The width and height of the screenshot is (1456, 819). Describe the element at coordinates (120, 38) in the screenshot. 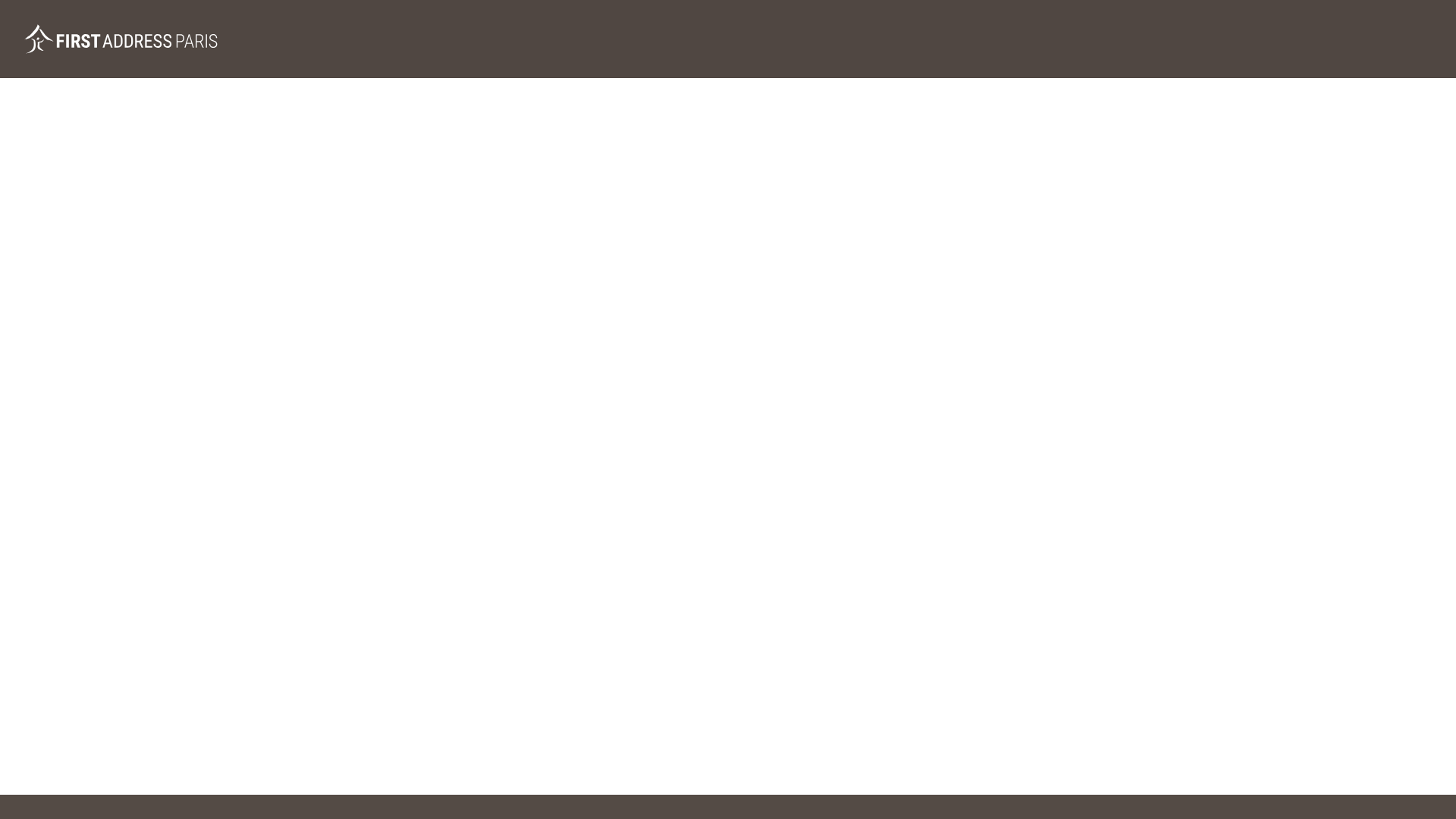

I see `'First Address Paris'` at that location.